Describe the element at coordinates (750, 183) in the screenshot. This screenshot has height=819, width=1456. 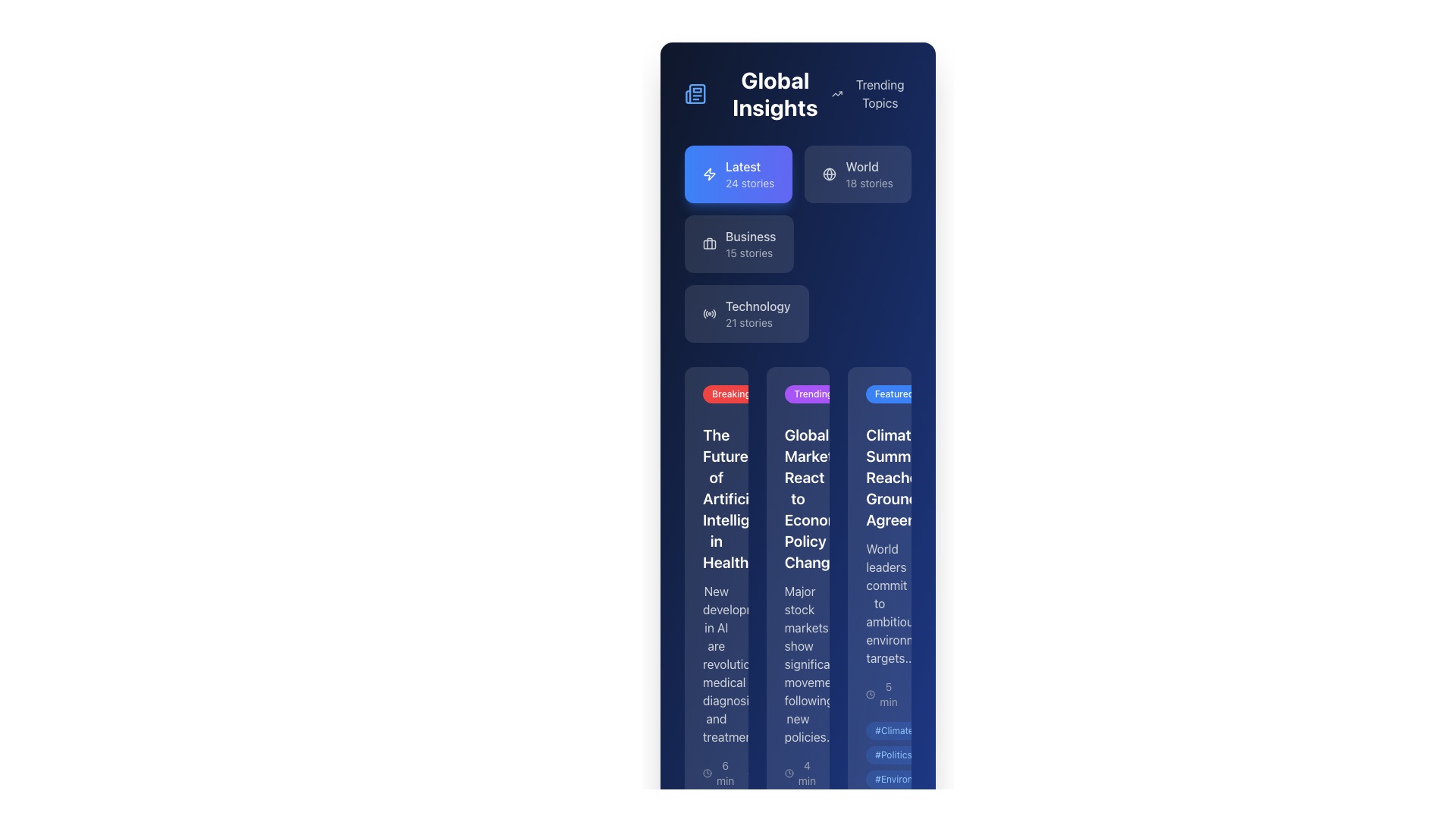
I see `the text element that displays '24 stories', located below the 'Latest' heading in the highlighted section of the interface` at that location.